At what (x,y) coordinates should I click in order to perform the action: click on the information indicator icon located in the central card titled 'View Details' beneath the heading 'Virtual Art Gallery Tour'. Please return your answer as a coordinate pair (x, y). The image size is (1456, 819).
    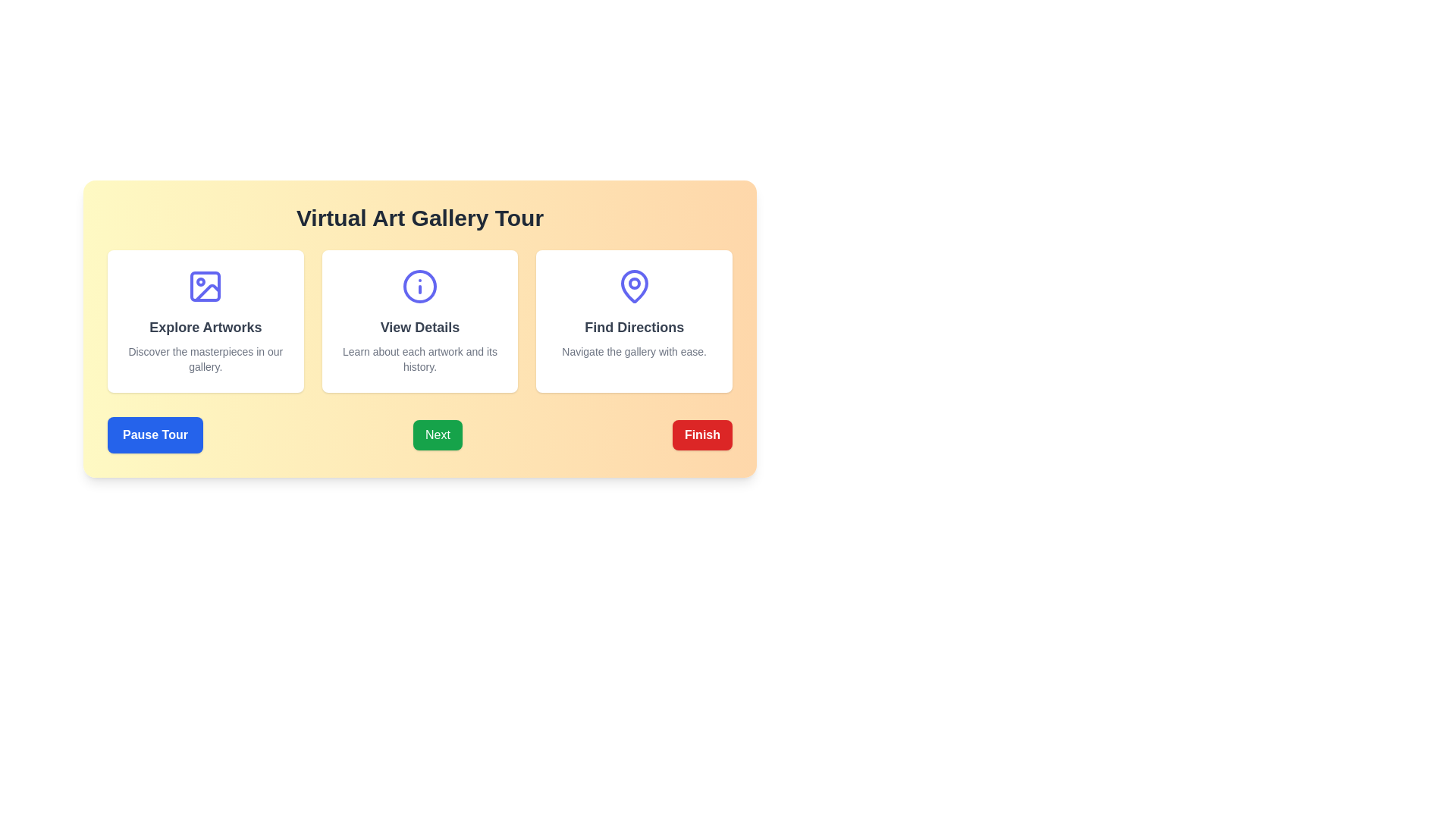
    Looking at the image, I should click on (419, 287).